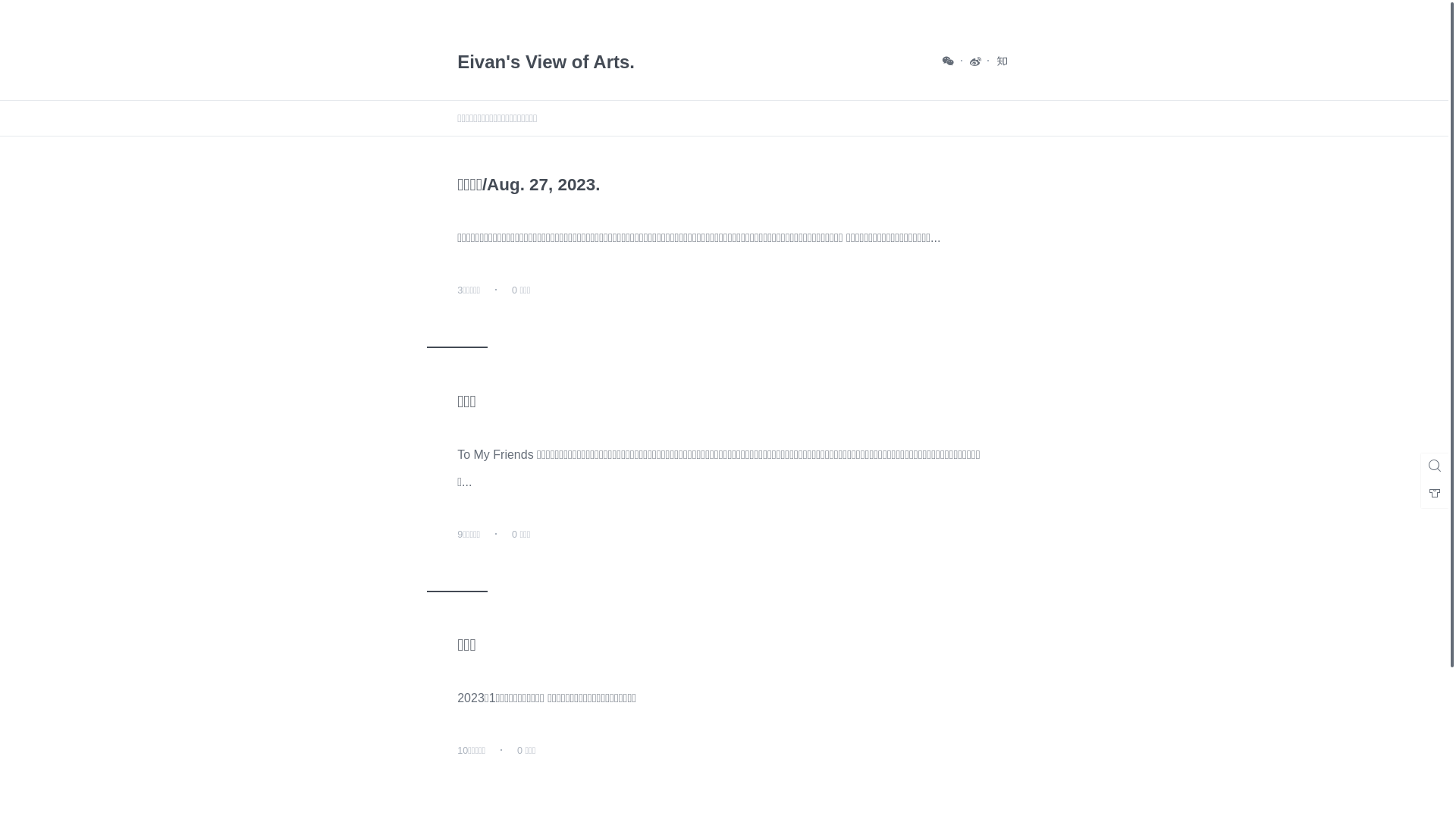 The image size is (1456, 819). Describe the element at coordinates (968, 60) in the screenshot. I see `'Weibo'` at that location.